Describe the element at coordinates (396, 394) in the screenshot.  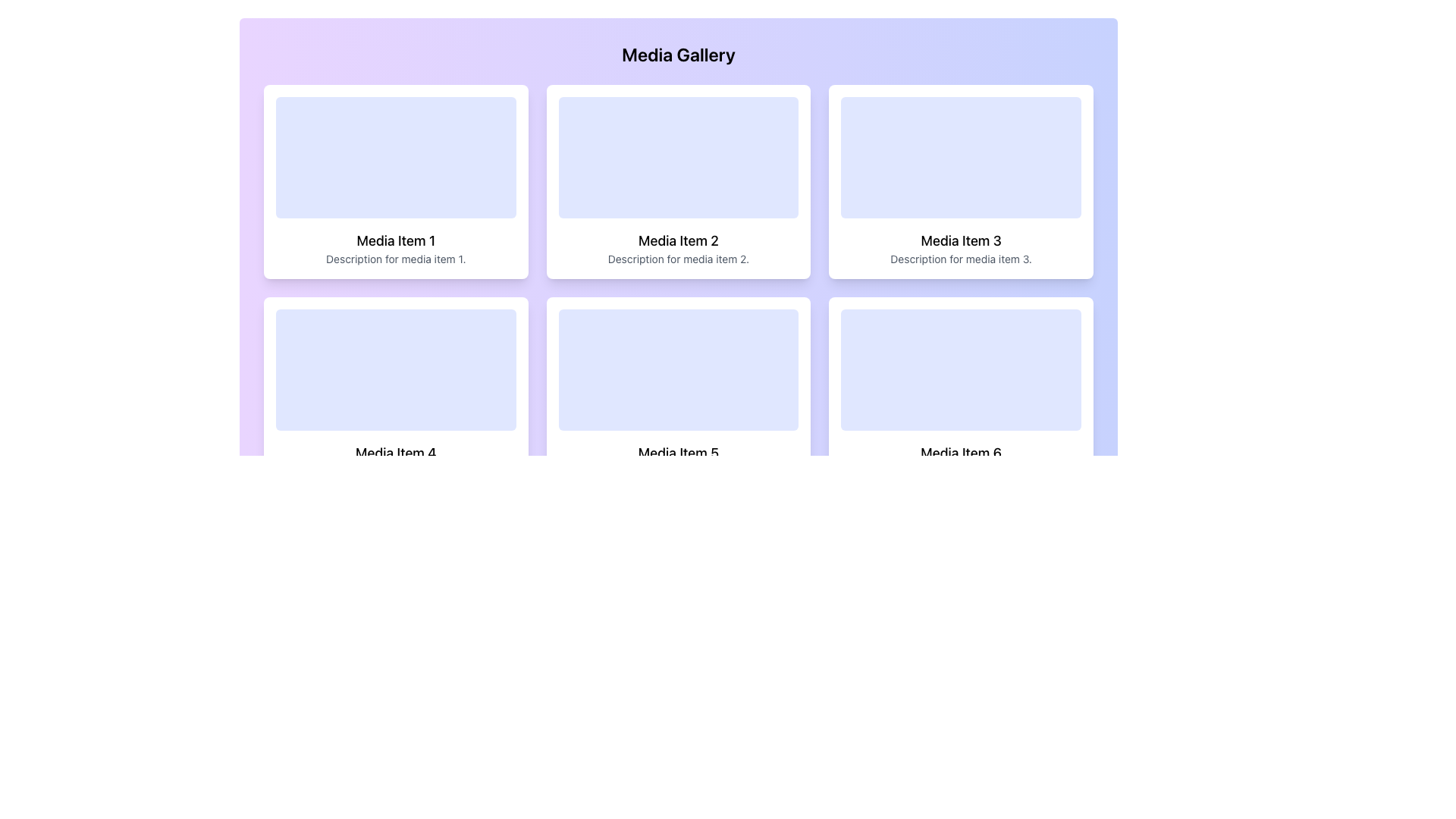
I see `the fourth Card component in the grid layout that displays a media item, located in the second row and first column` at that location.